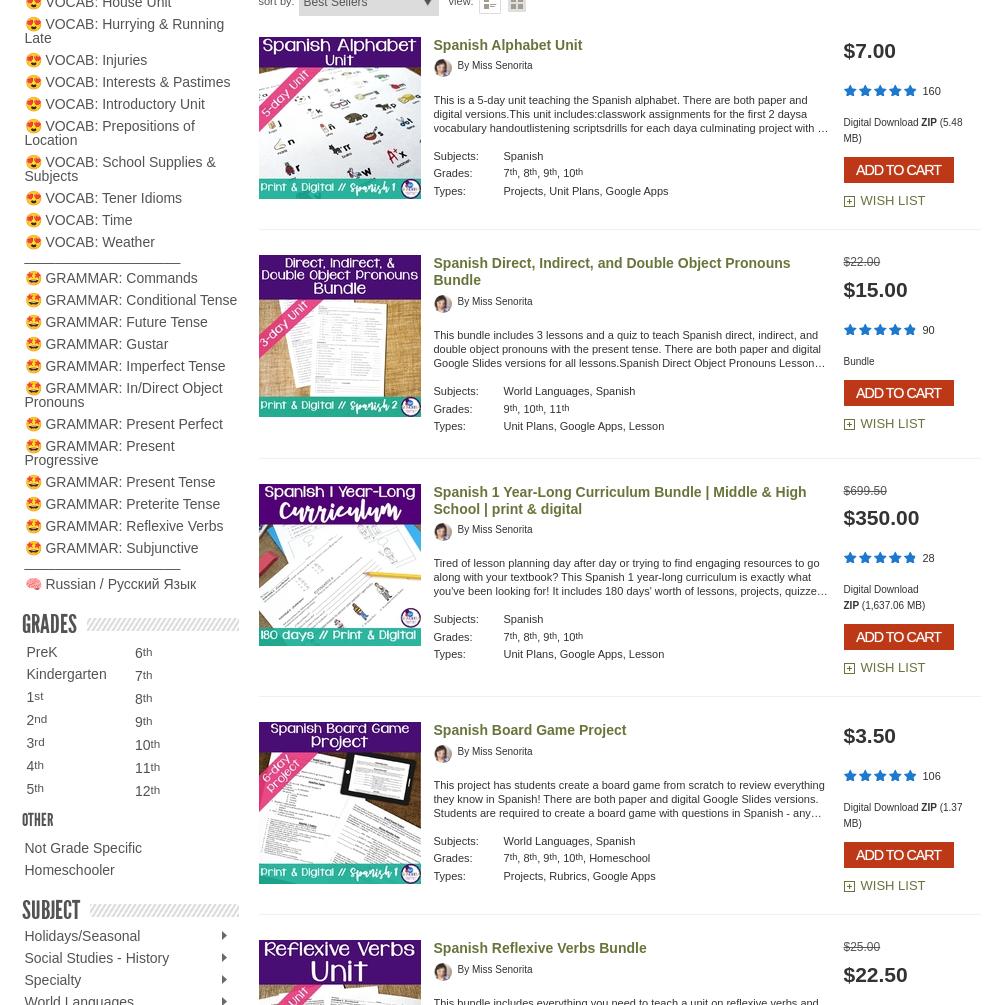 The image size is (988, 1005). I want to click on '2', so click(29, 719).